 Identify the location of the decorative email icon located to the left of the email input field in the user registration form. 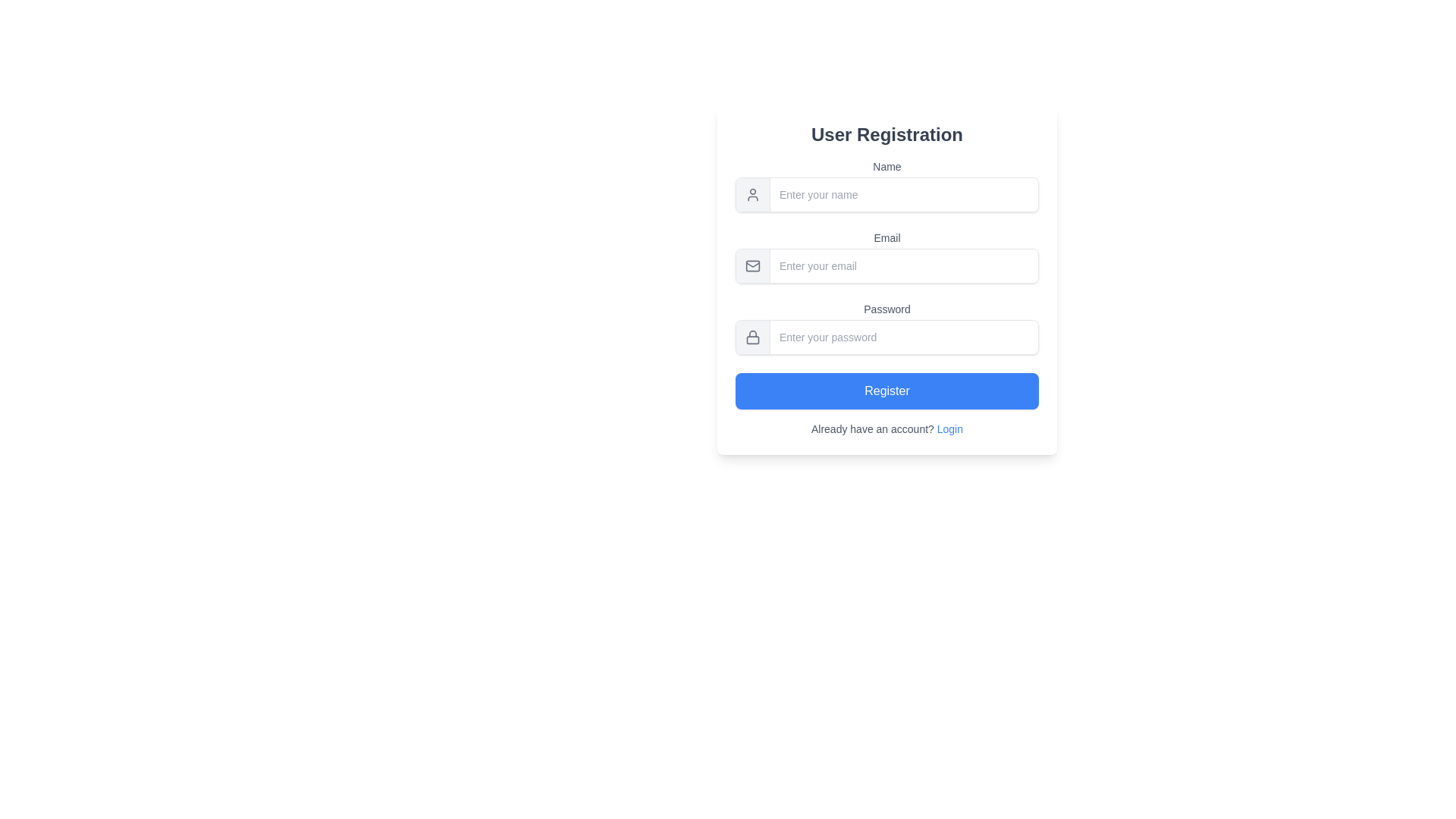
(753, 265).